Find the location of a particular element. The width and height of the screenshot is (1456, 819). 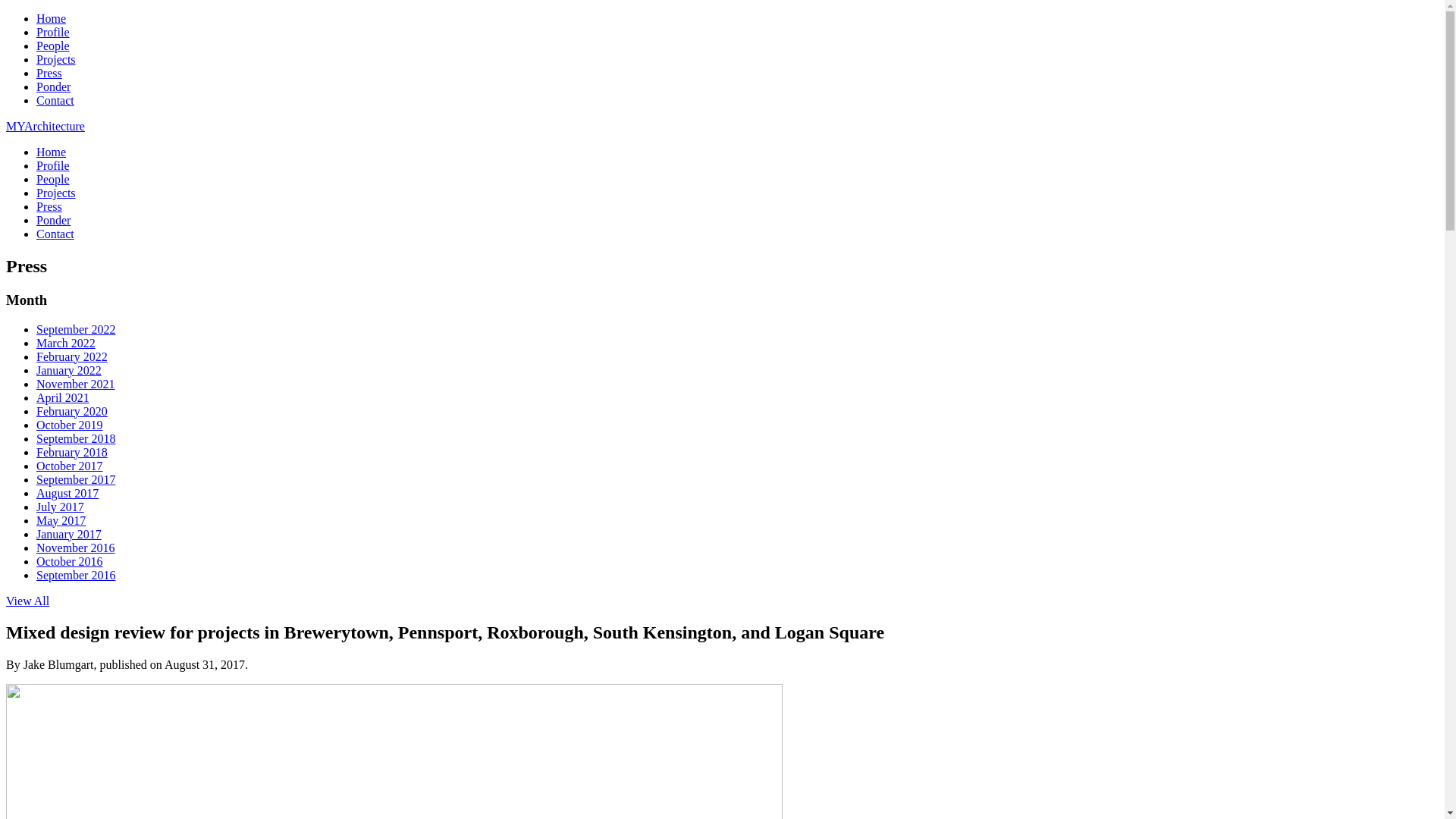

'November 2021' is located at coordinates (75, 383).